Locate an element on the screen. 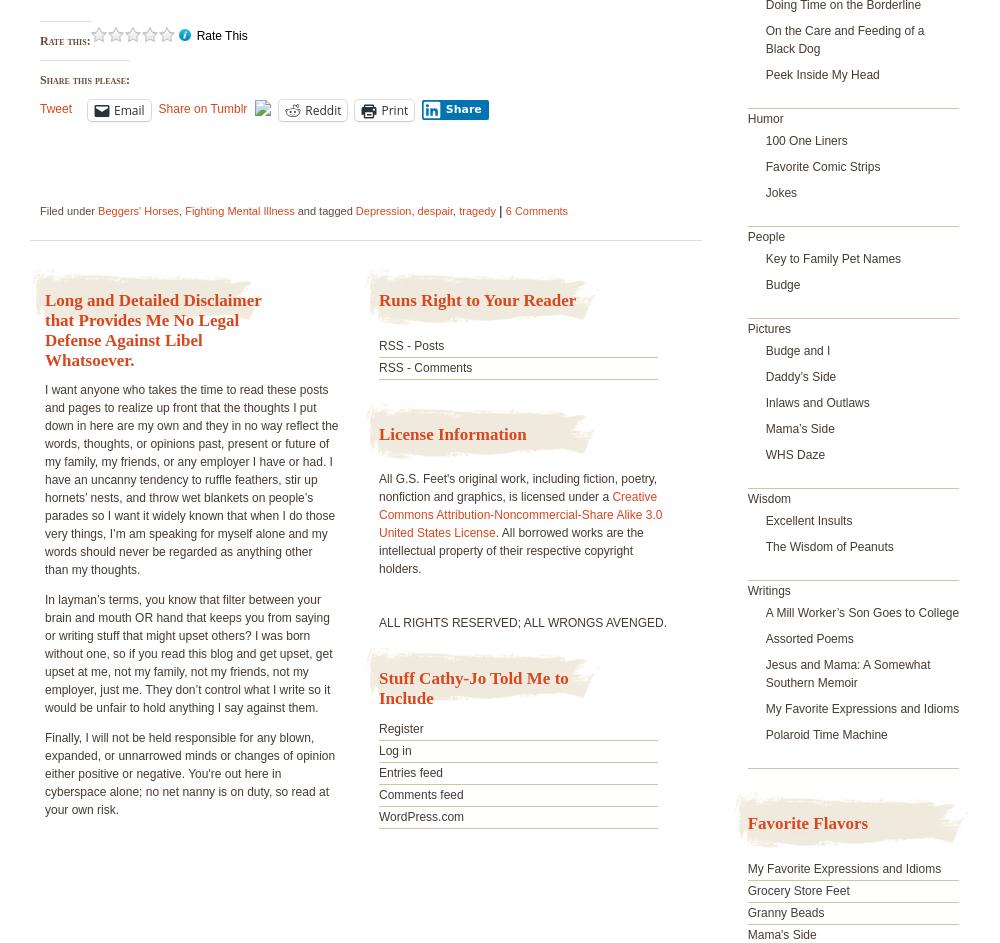  'Key to Family Pet Names' is located at coordinates (765, 259).